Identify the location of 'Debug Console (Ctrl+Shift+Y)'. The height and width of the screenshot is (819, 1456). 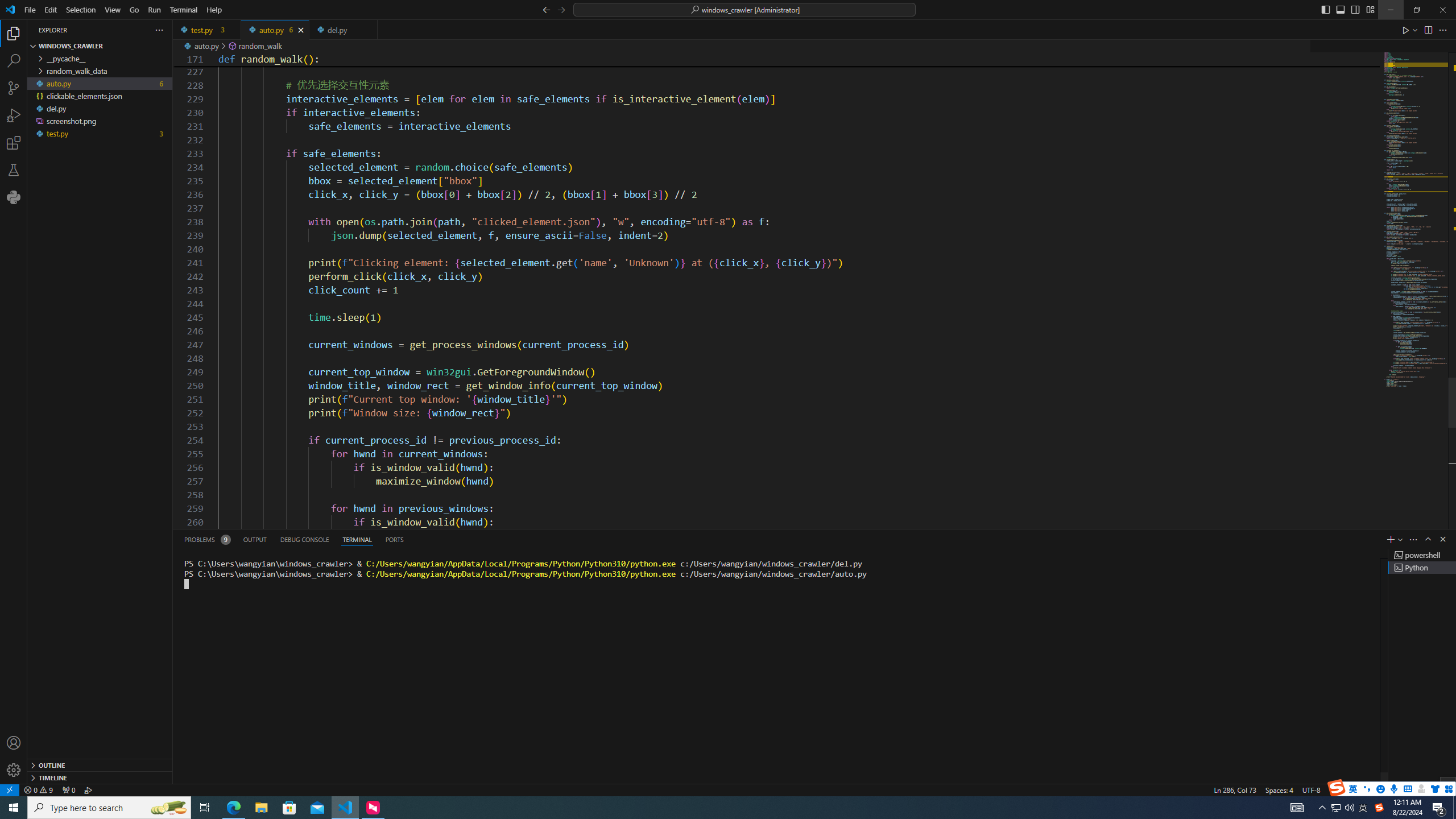
(304, 539).